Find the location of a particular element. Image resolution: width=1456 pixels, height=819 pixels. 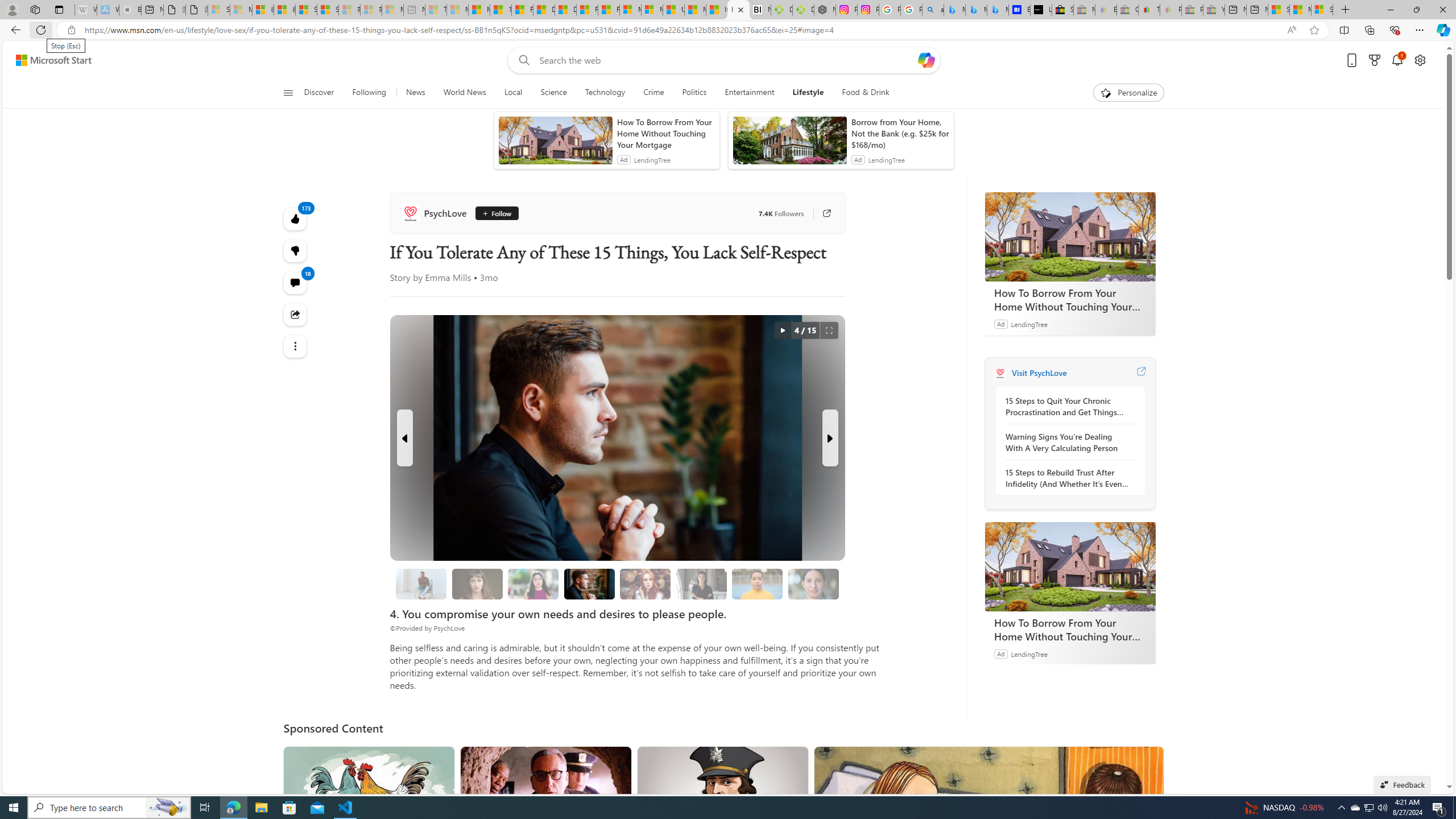

'Class: progress' is located at coordinates (813, 581).